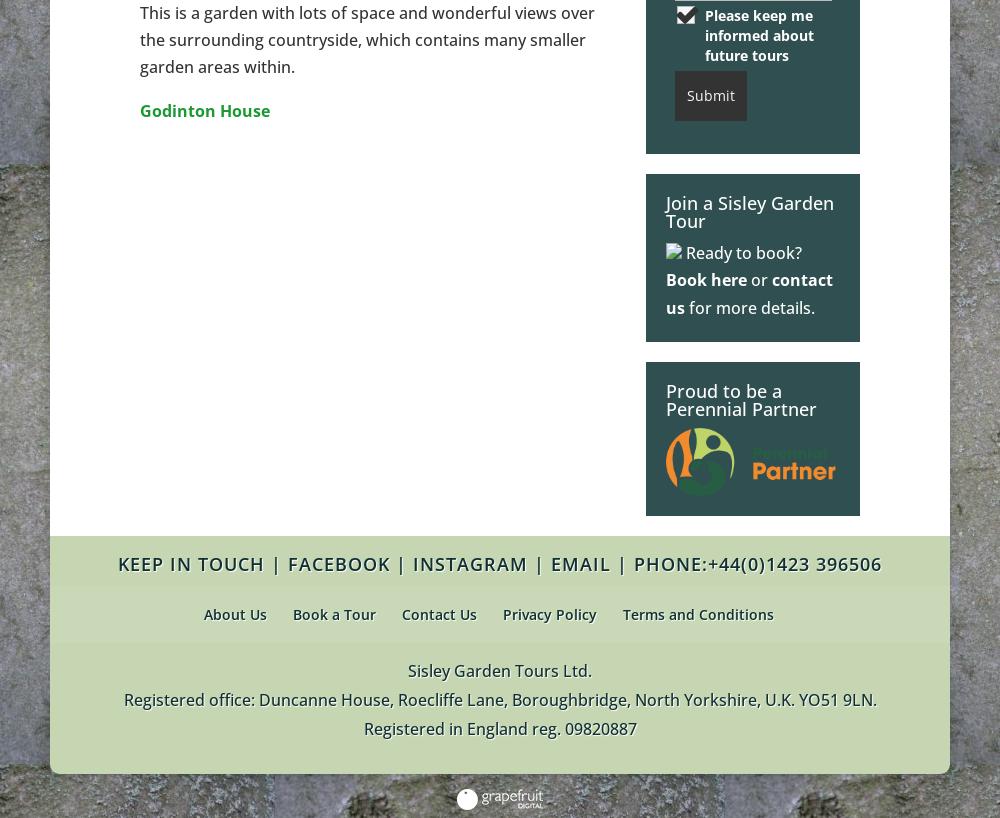  I want to click on 'Book here', so click(705, 279).